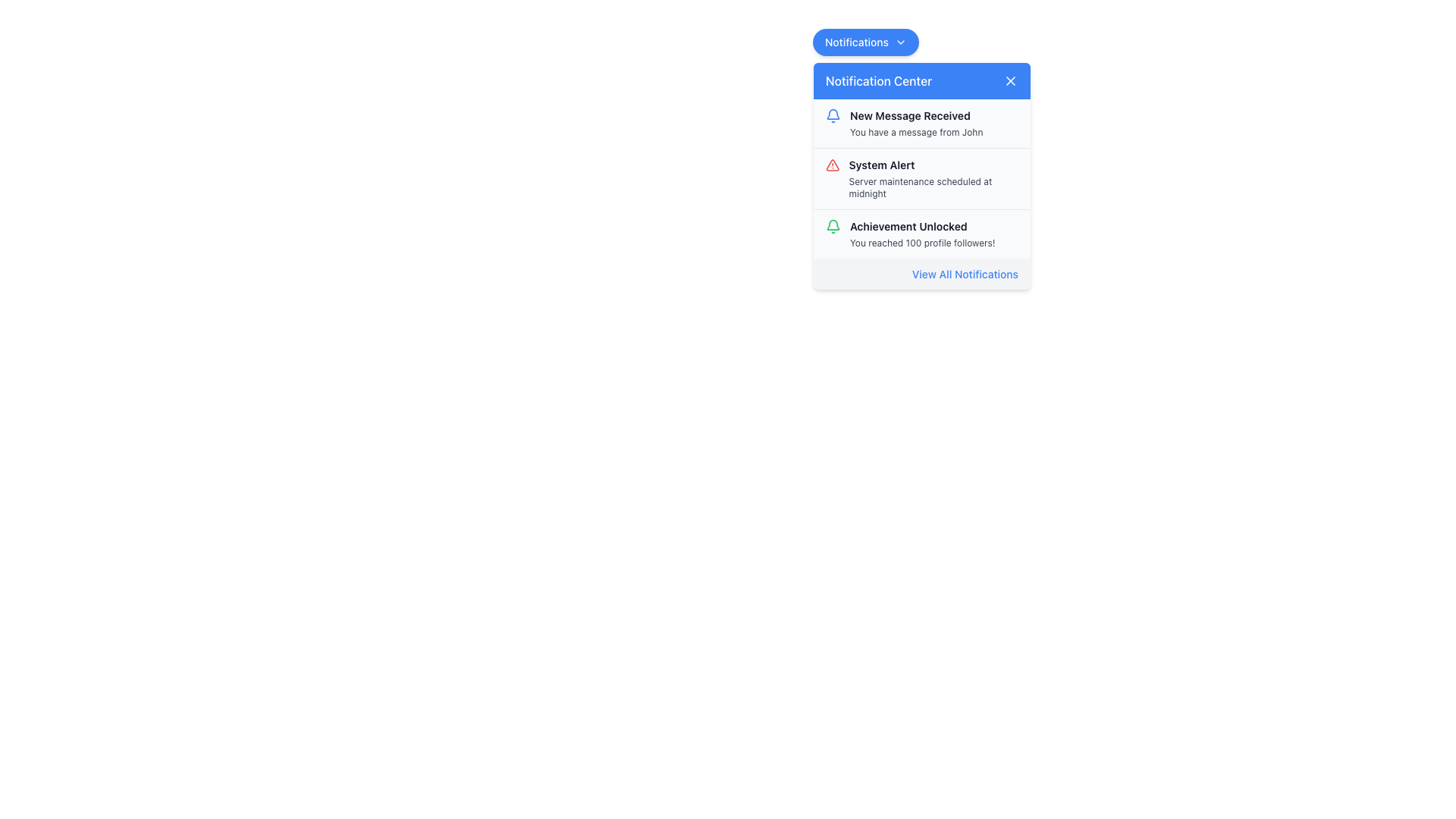 Image resolution: width=1456 pixels, height=819 pixels. I want to click on the notification icon styled as a bell with a green outline, located to the left of the 'Achievement Unlocked' message, so click(833, 227).